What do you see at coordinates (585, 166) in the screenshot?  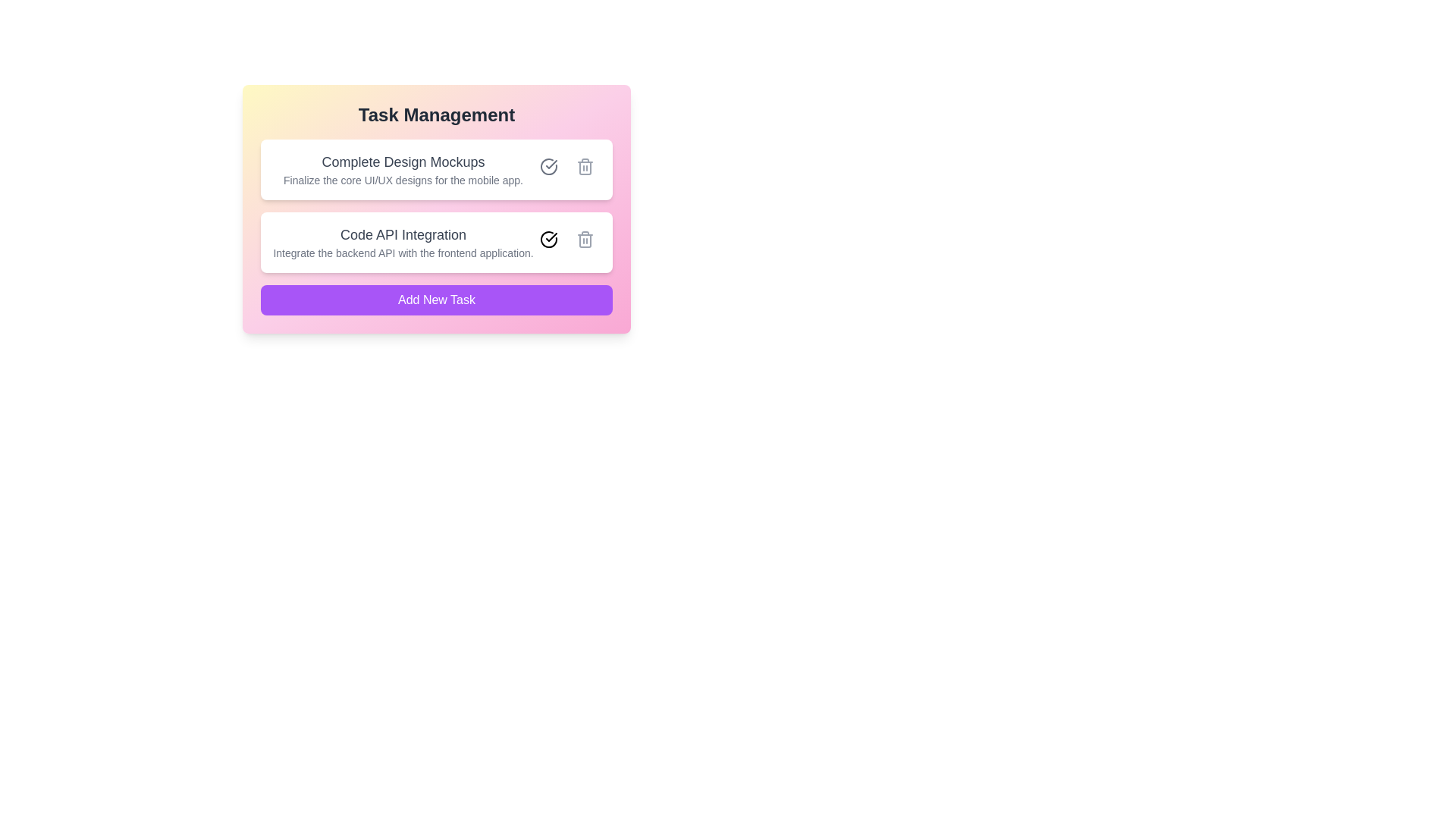 I see `delete button for the task with title 'Complete Design Mockups'` at bounding box center [585, 166].